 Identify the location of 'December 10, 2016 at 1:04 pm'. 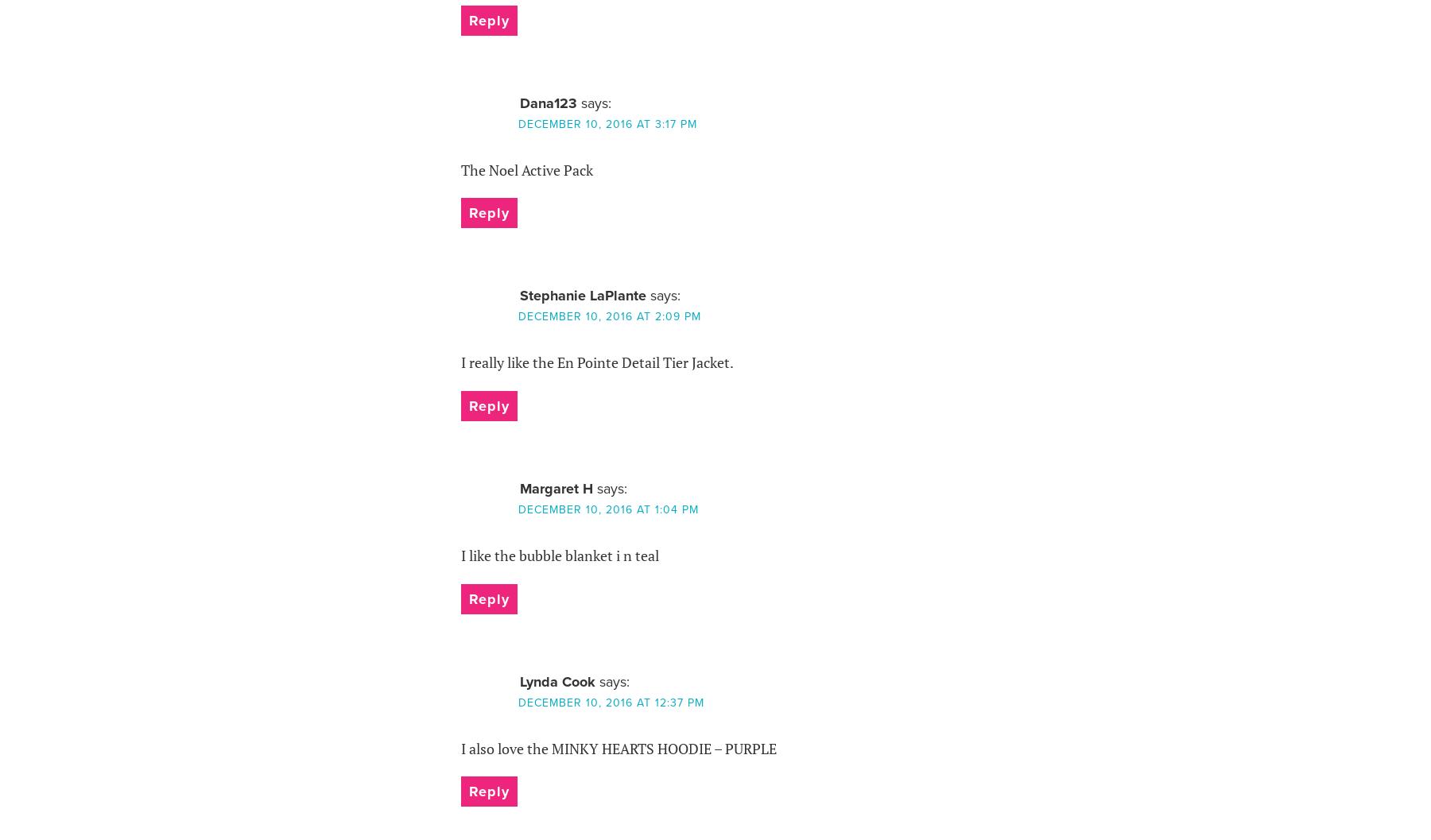
(518, 509).